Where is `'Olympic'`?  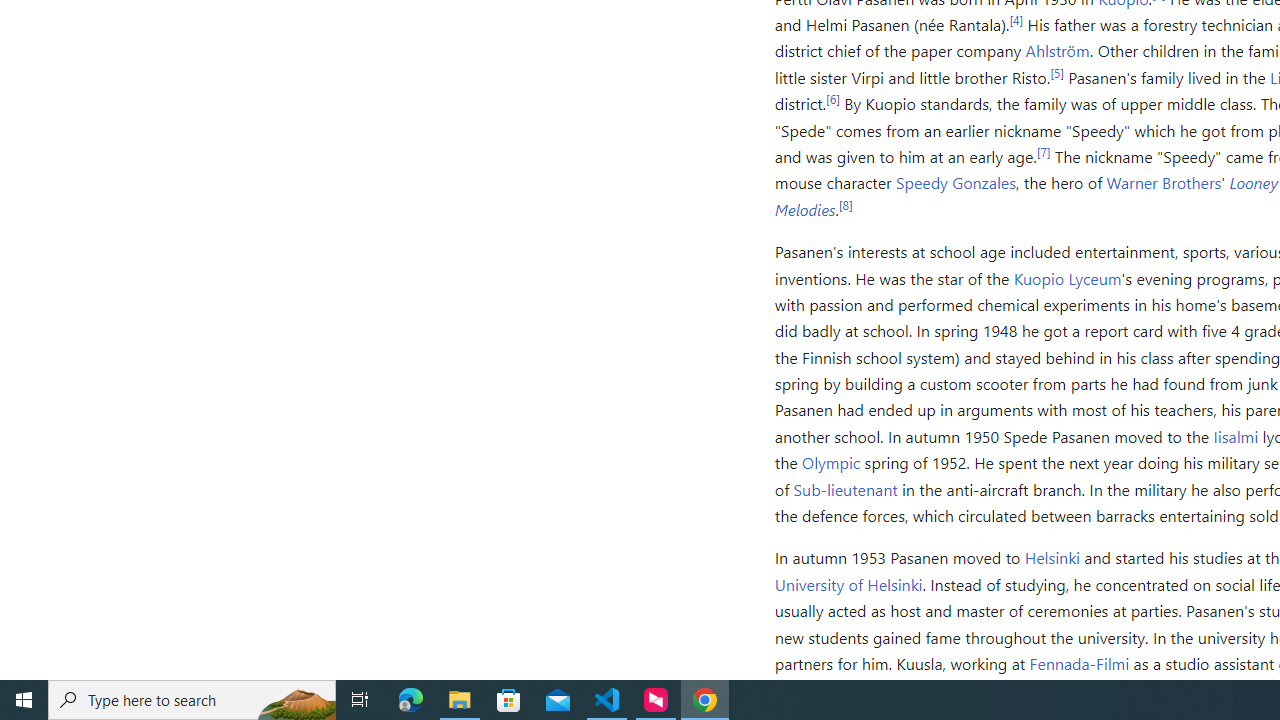
'Olympic' is located at coordinates (832, 462).